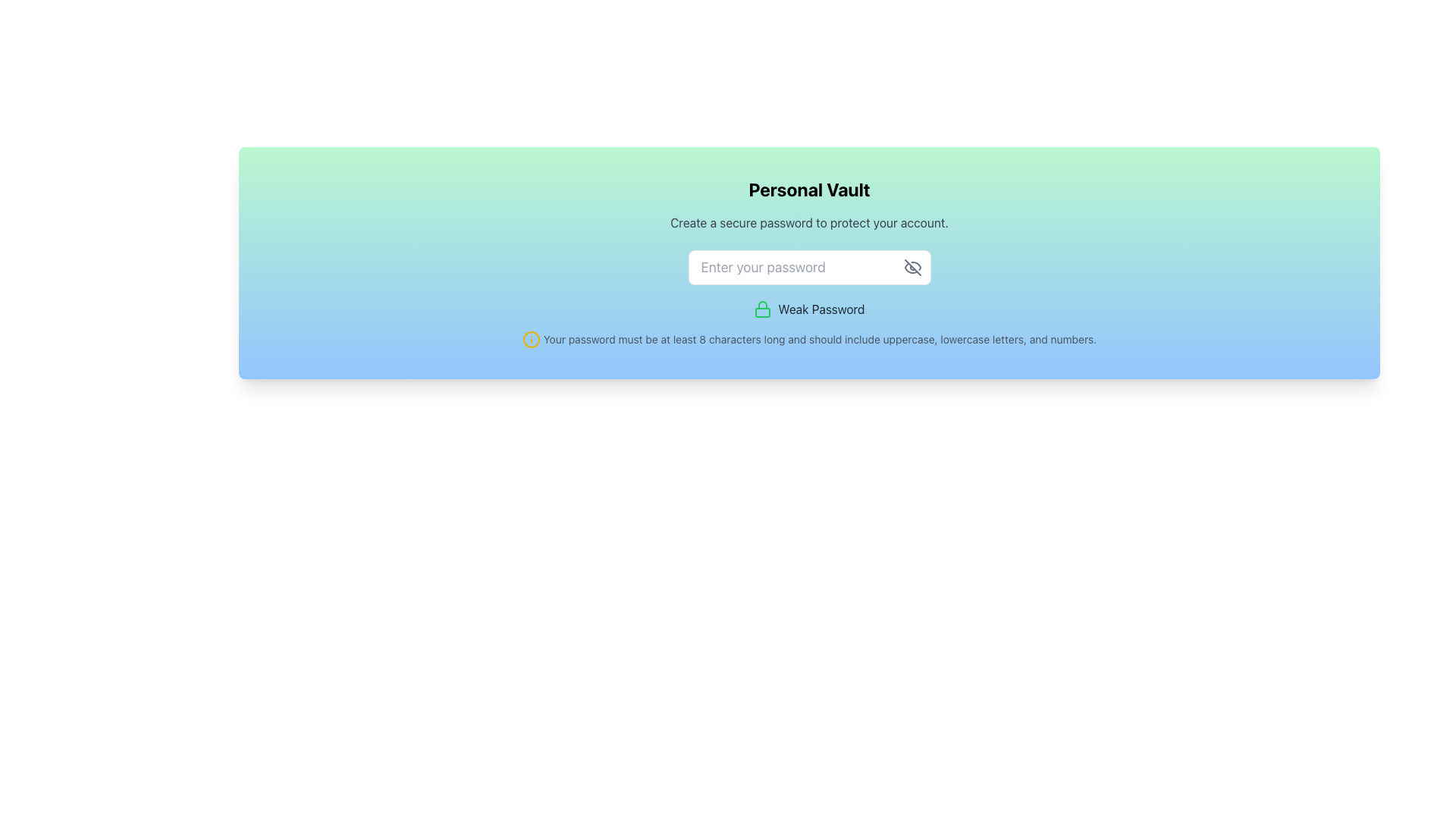 The image size is (1456, 819). What do you see at coordinates (912, 267) in the screenshot?
I see `the button located to the right of the password input field` at bounding box center [912, 267].